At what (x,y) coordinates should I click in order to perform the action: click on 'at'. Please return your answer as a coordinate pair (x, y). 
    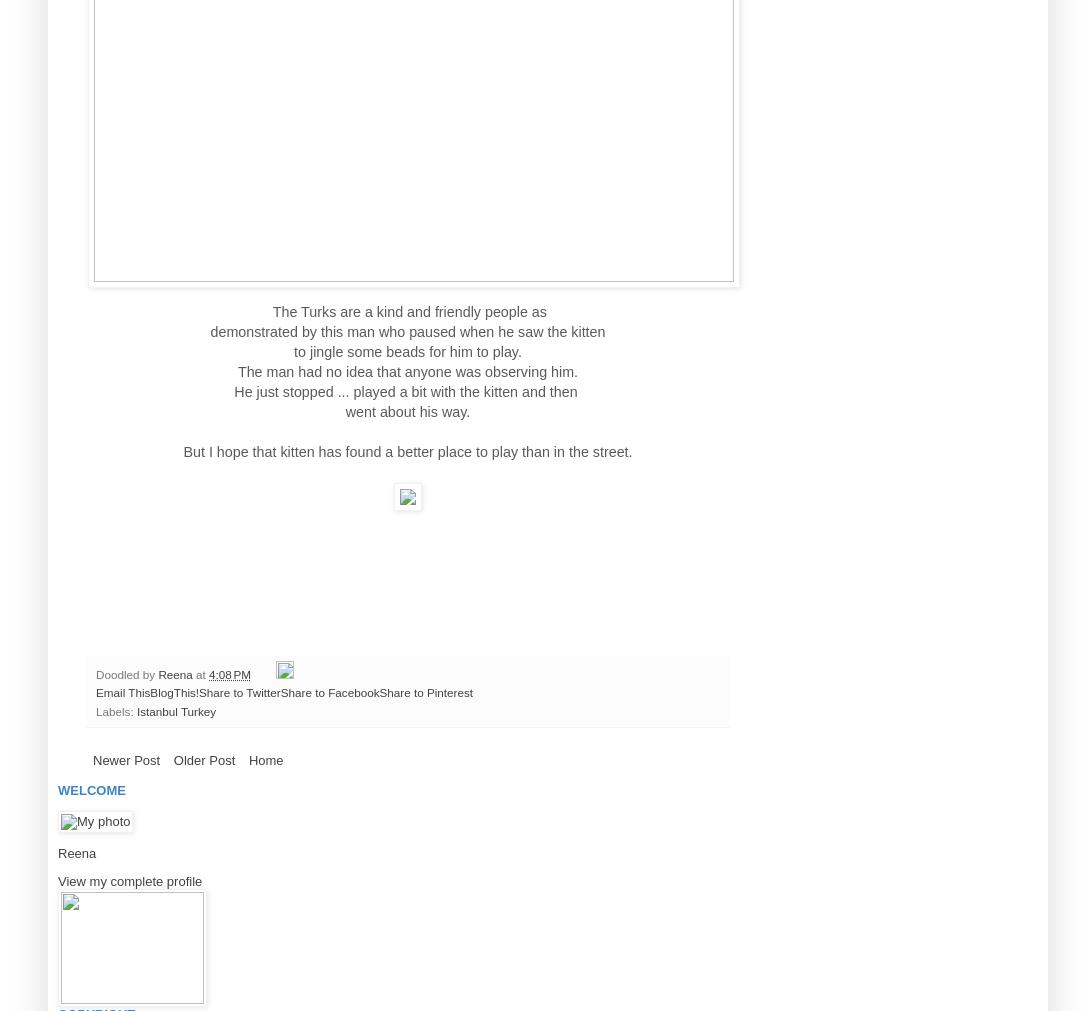
    Looking at the image, I should click on (201, 673).